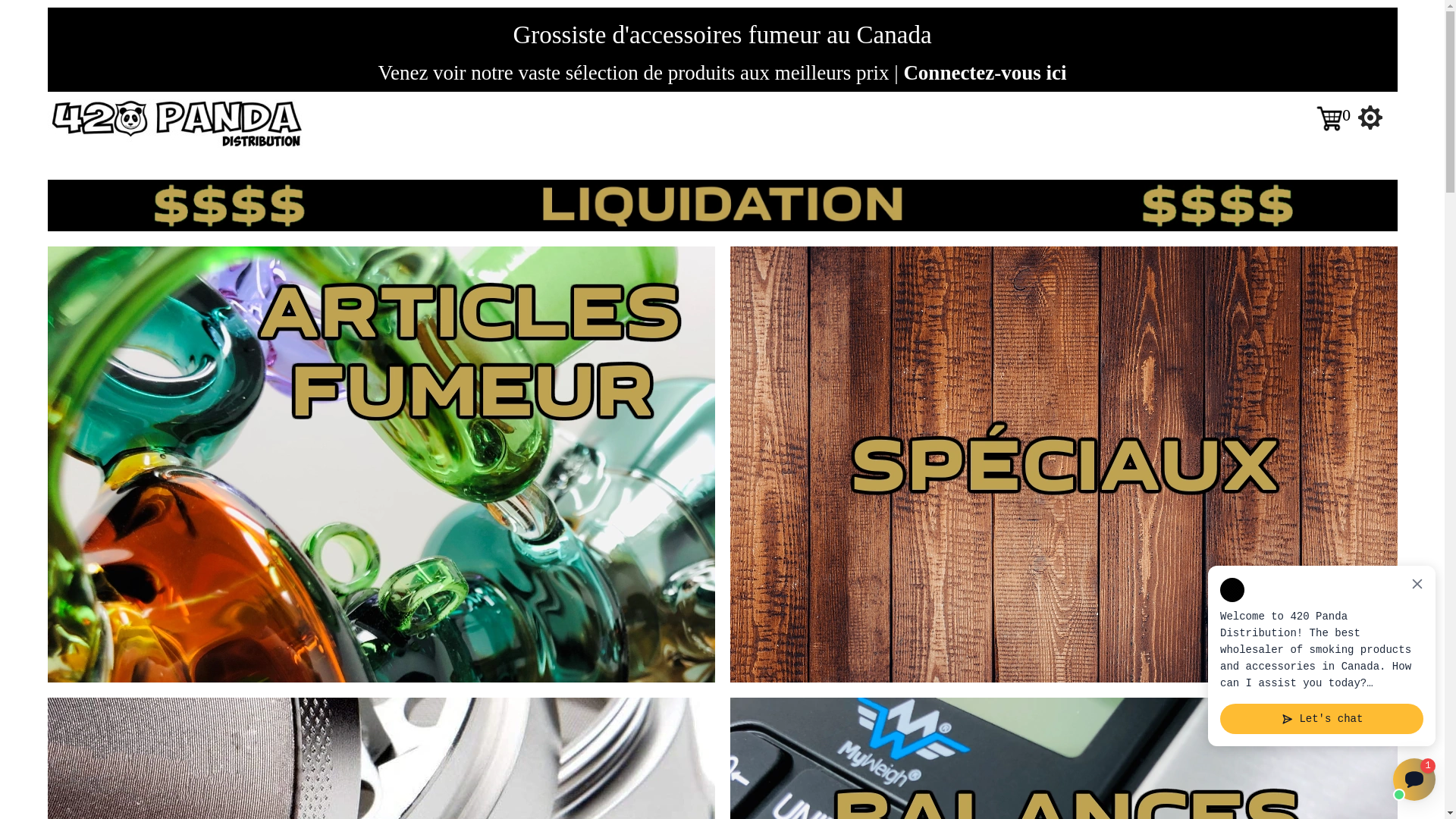 The width and height of the screenshot is (1456, 819). Describe the element at coordinates (1316, 116) in the screenshot. I see `'0'` at that location.